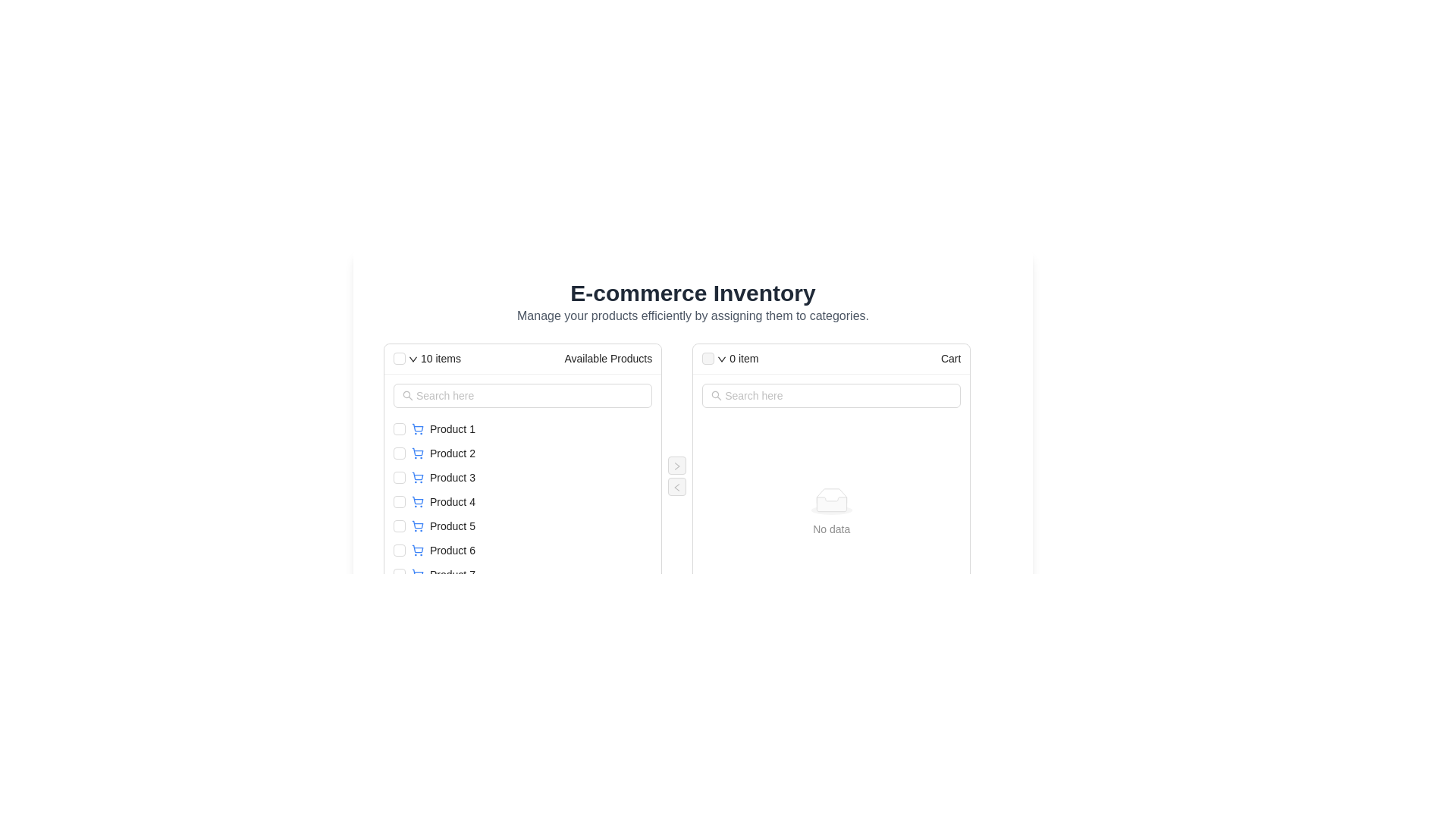  Describe the element at coordinates (418, 476) in the screenshot. I see `the shopping cart icon associated with 'Product 3' for accessibility purposes` at that location.